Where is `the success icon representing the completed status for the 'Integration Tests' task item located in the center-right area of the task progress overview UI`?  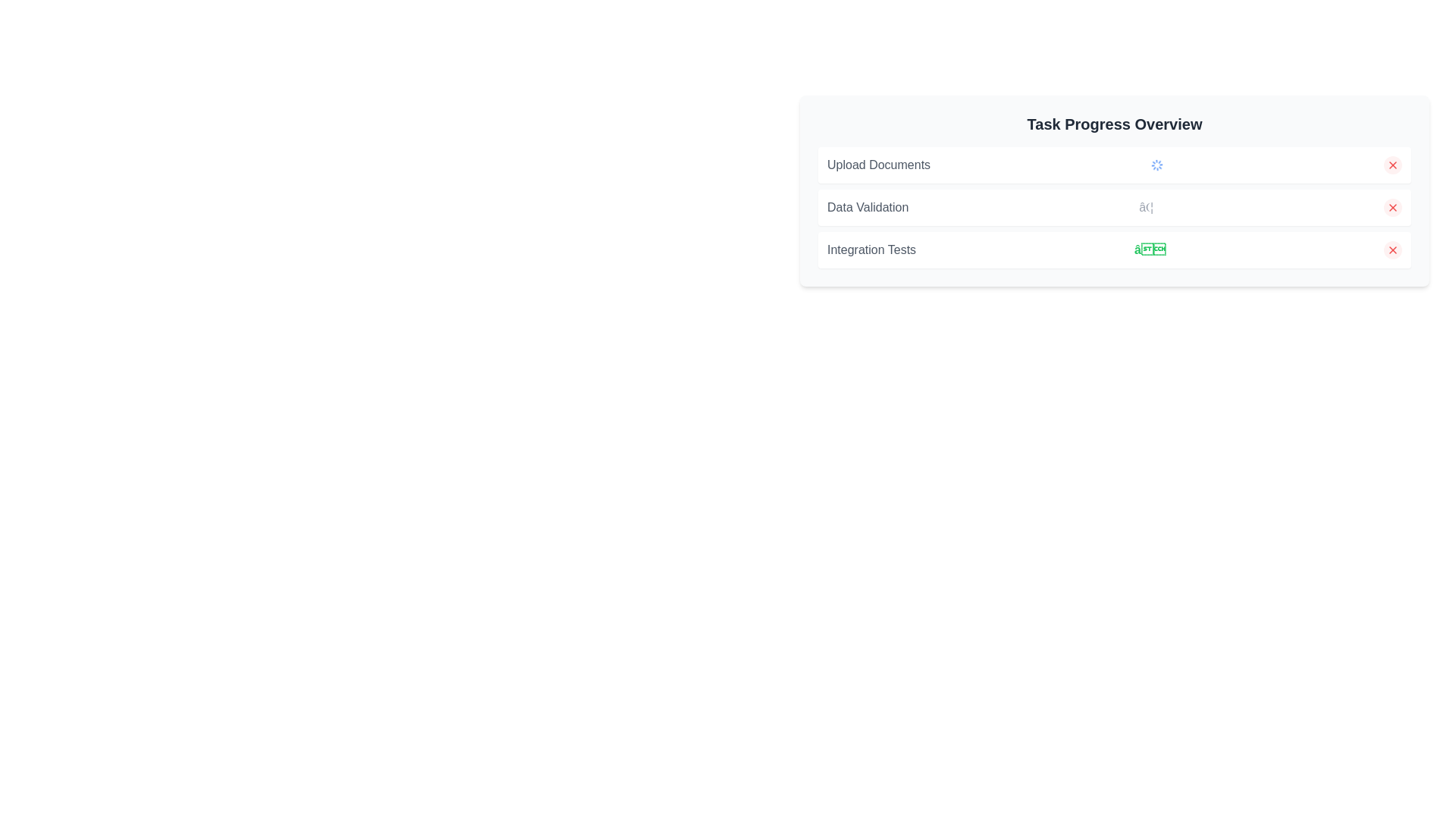
the success icon representing the completed status for the 'Integration Tests' task item located in the center-right area of the task progress overview UI is located at coordinates (1150, 249).